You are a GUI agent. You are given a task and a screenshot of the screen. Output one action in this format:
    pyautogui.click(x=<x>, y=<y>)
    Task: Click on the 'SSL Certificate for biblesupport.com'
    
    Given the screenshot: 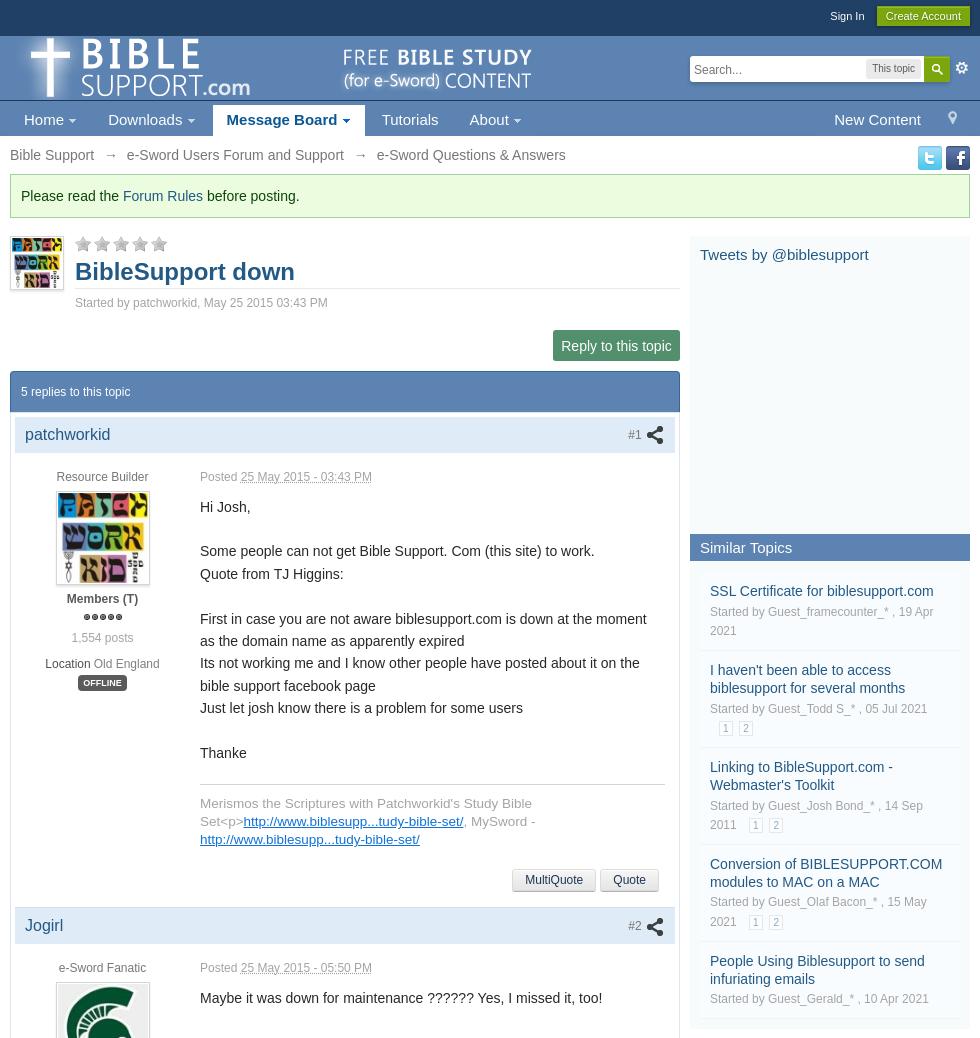 What is the action you would take?
    pyautogui.click(x=821, y=590)
    